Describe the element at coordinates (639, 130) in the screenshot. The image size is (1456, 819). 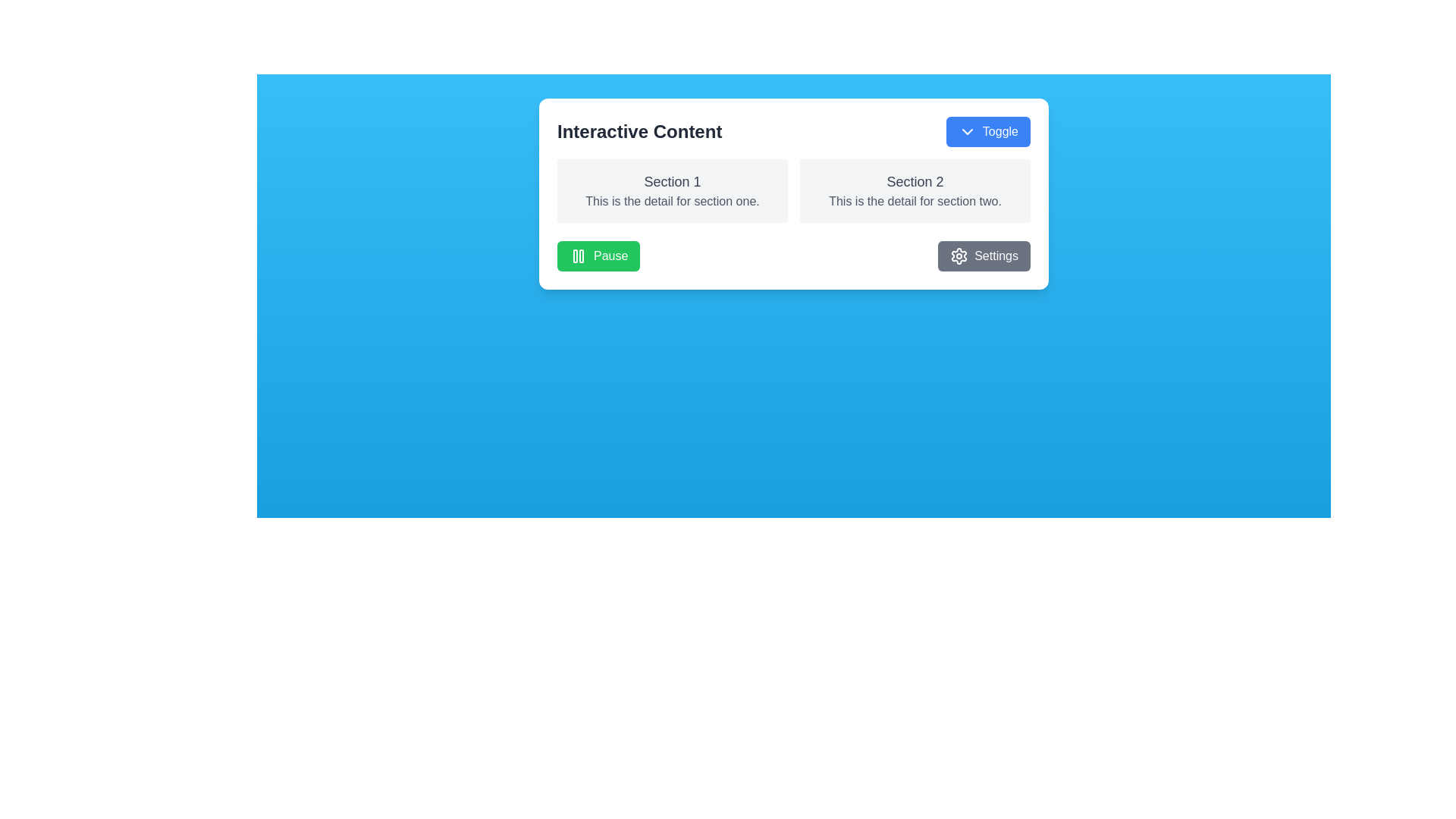
I see `the text label displaying 'Interactive Content', which is a bold, large gray font positioned at the top-left of the section, aligned left of a toggle button` at that location.